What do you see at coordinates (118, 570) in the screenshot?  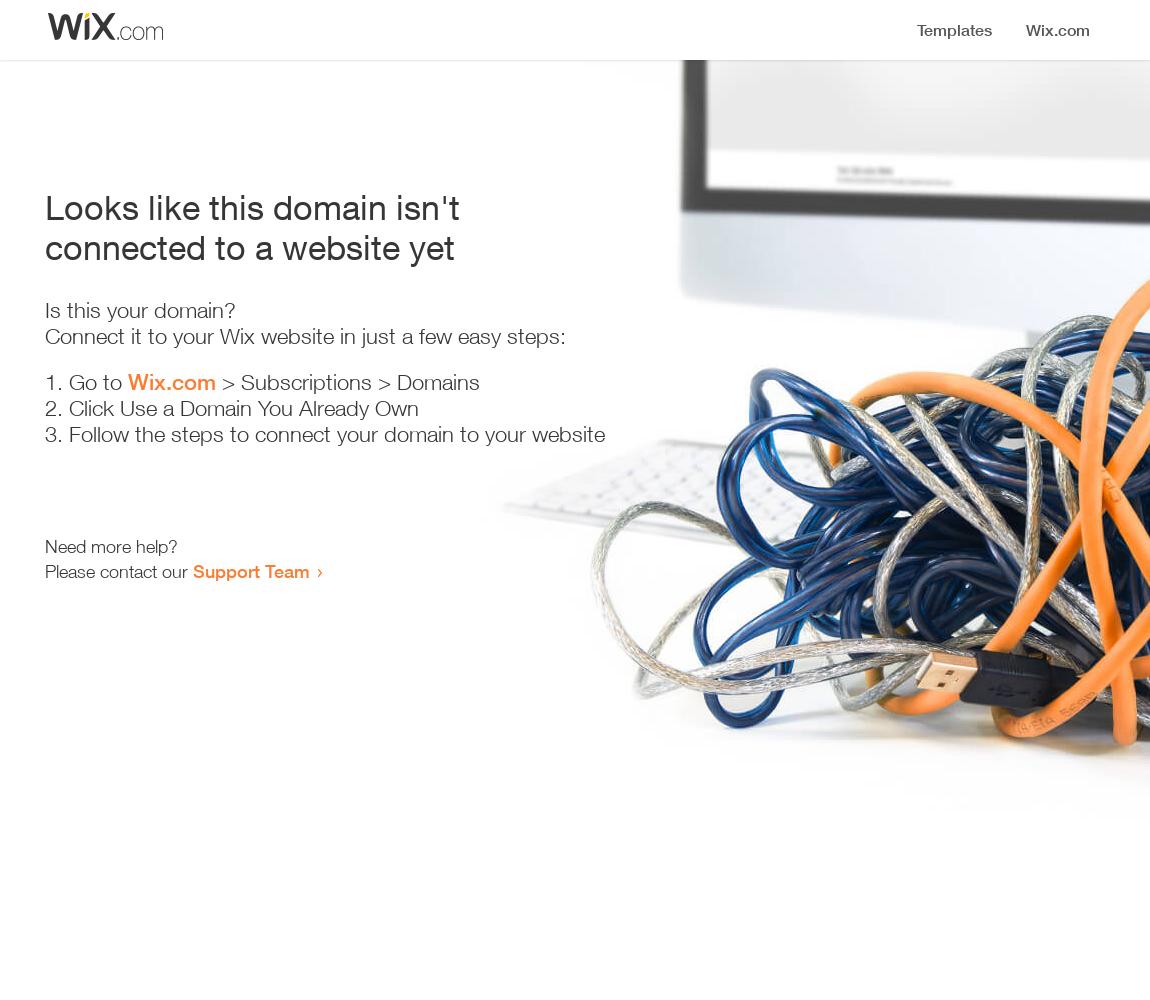 I see `'Please contact our'` at bounding box center [118, 570].